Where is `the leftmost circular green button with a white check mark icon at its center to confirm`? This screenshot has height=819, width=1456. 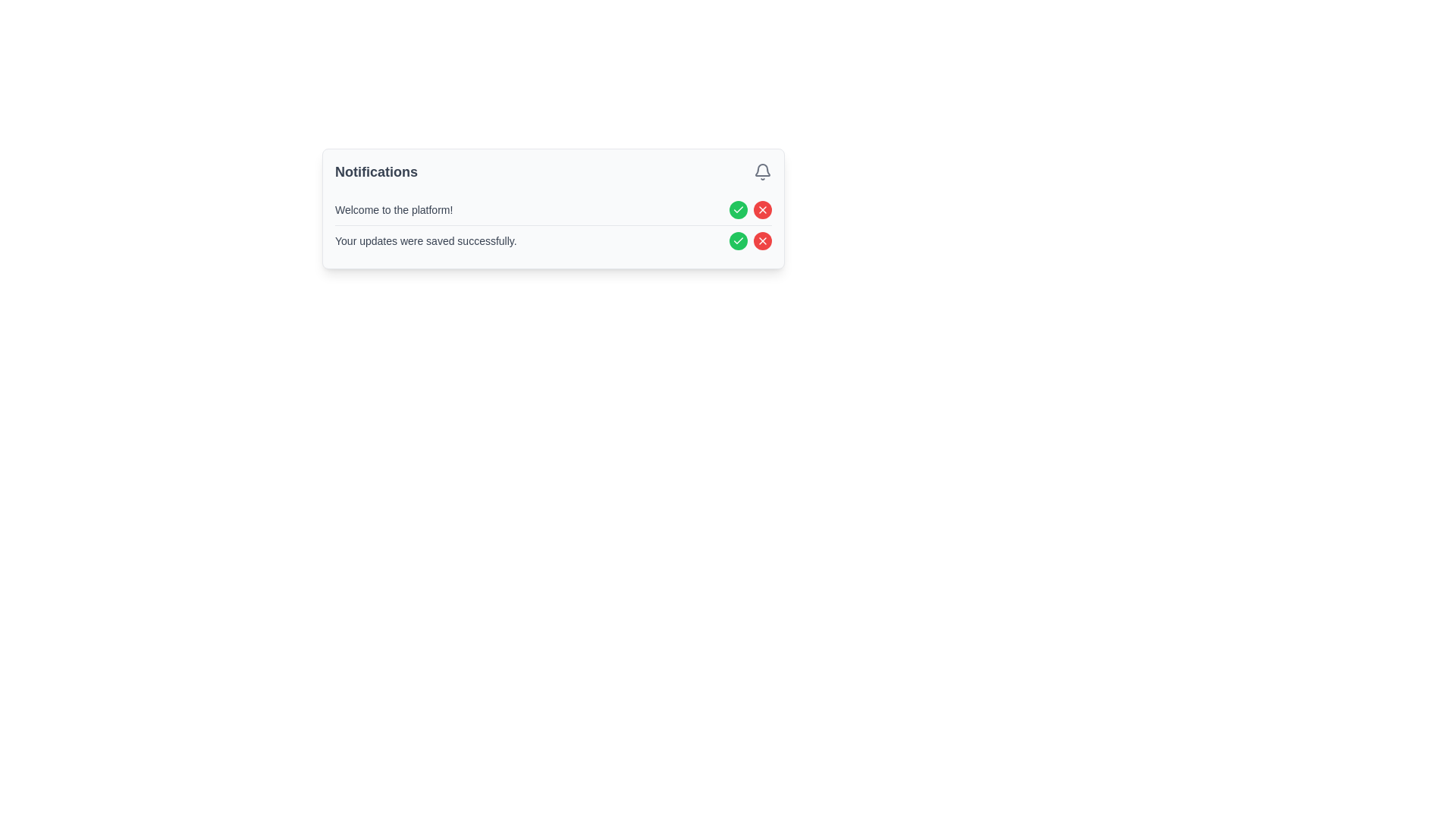
the leftmost circular green button with a white check mark icon at its center to confirm is located at coordinates (739, 210).